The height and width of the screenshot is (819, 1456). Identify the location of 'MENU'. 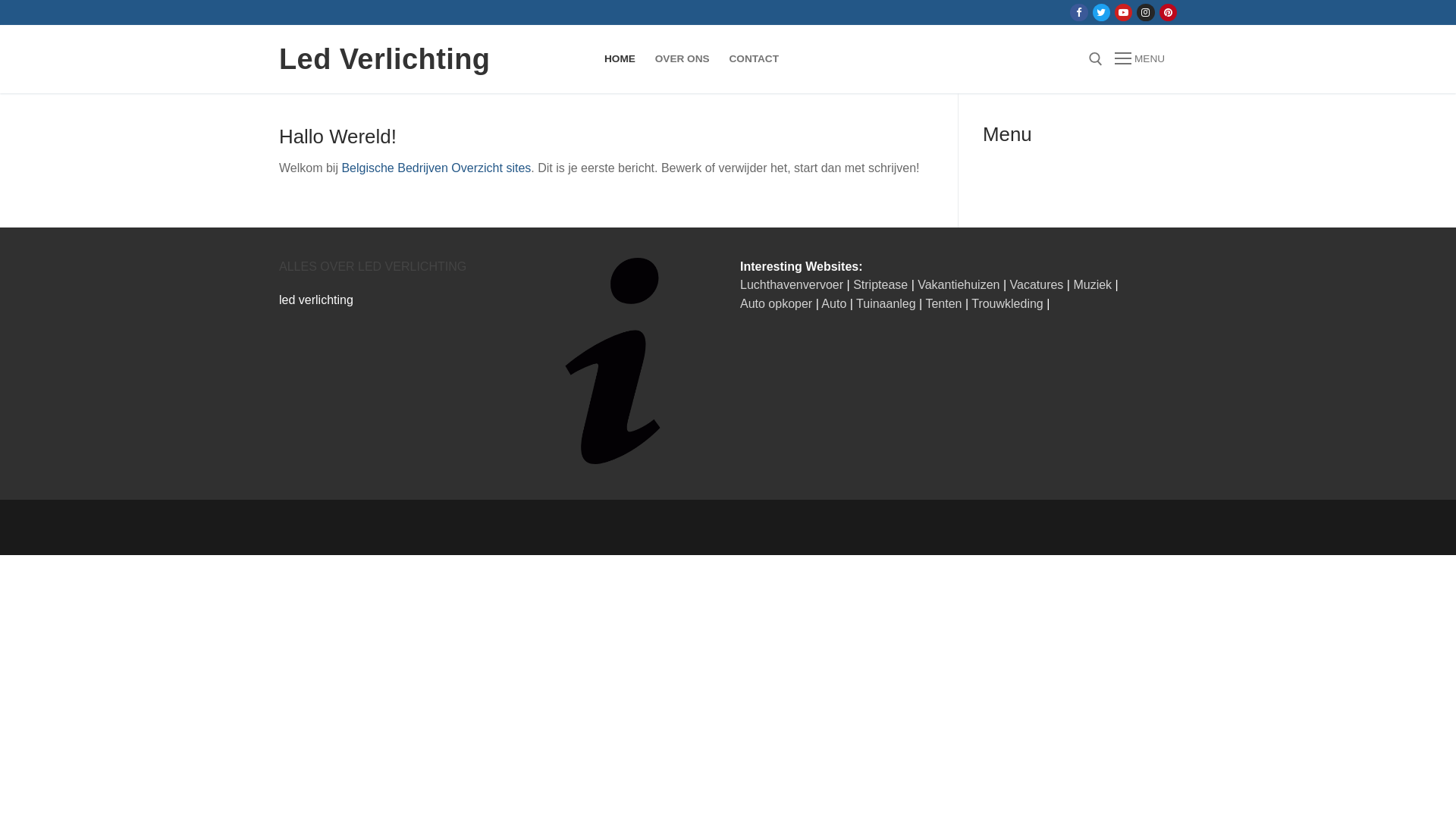
(1114, 58).